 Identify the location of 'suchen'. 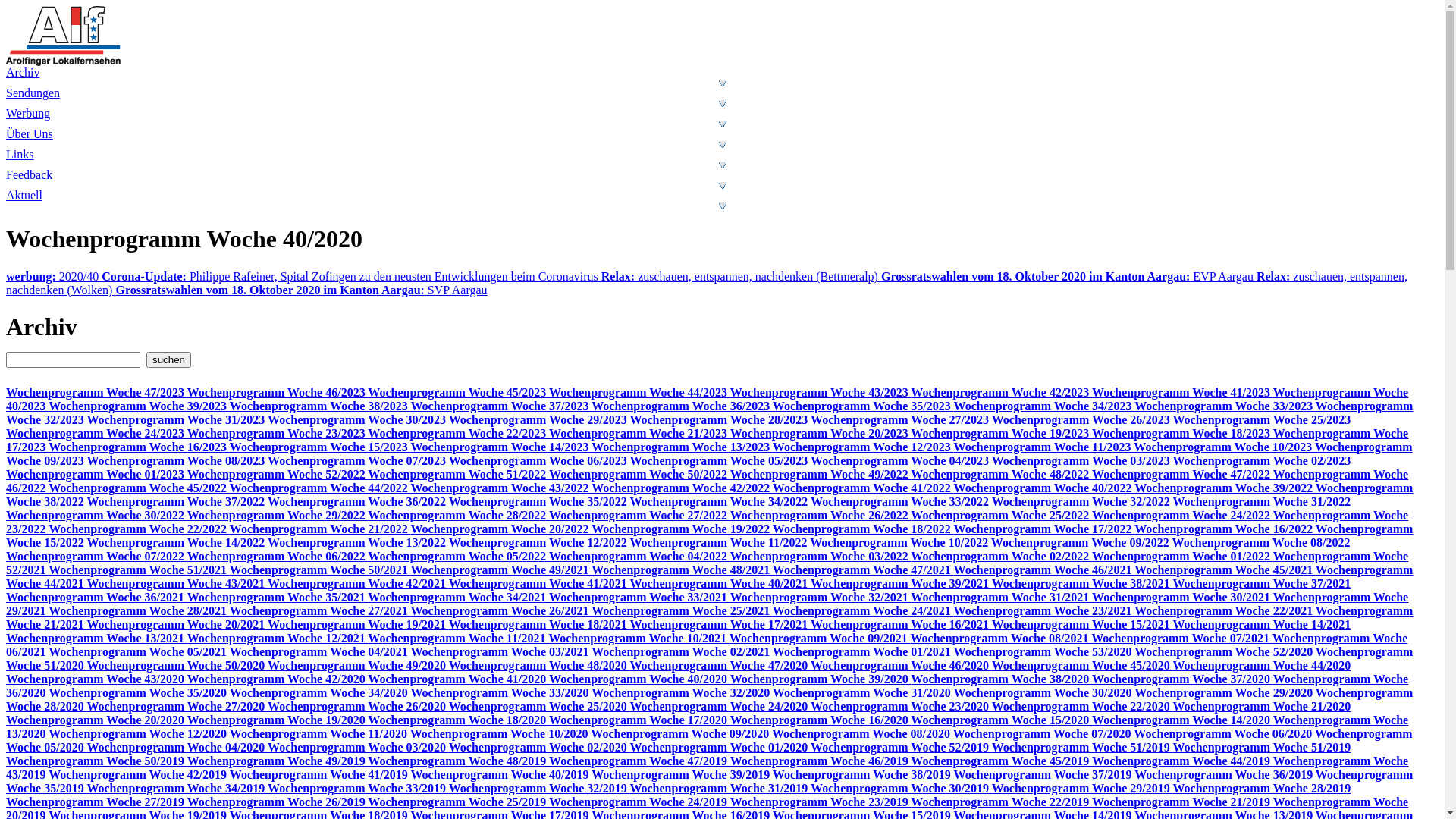
(168, 359).